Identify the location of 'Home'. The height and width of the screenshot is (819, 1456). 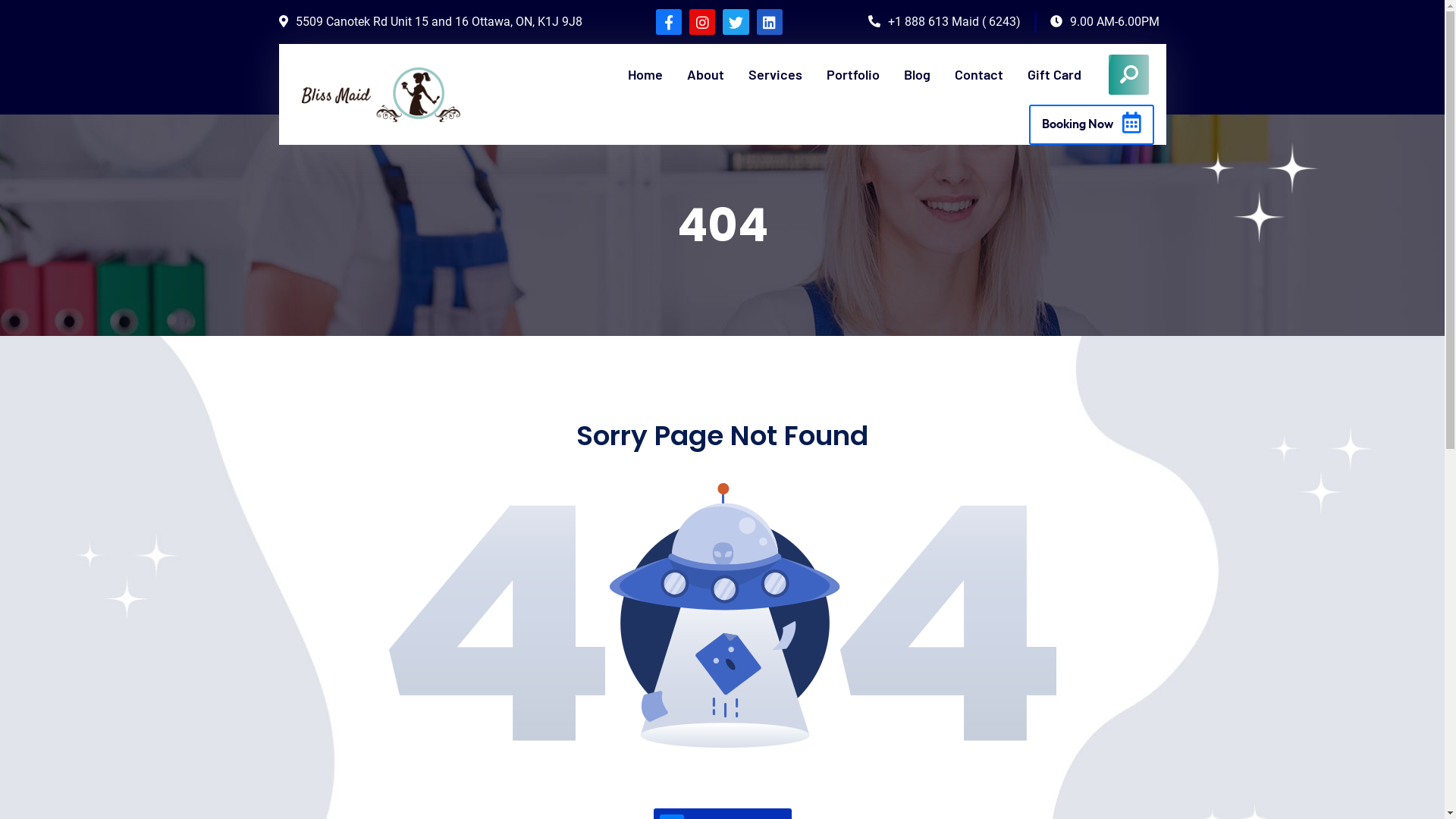
(645, 74).